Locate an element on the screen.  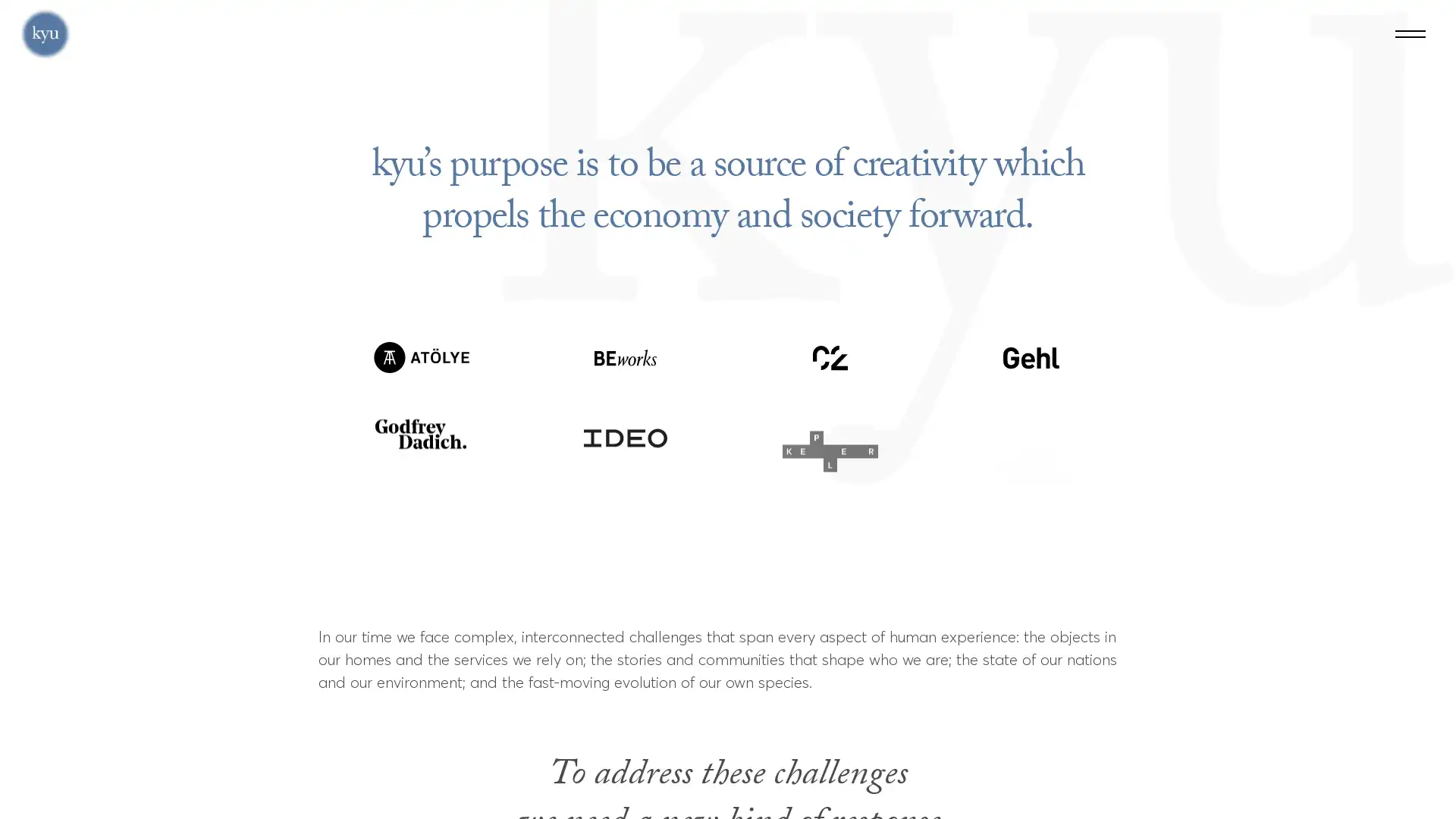
Menu is located at coordinates (1410, 34).